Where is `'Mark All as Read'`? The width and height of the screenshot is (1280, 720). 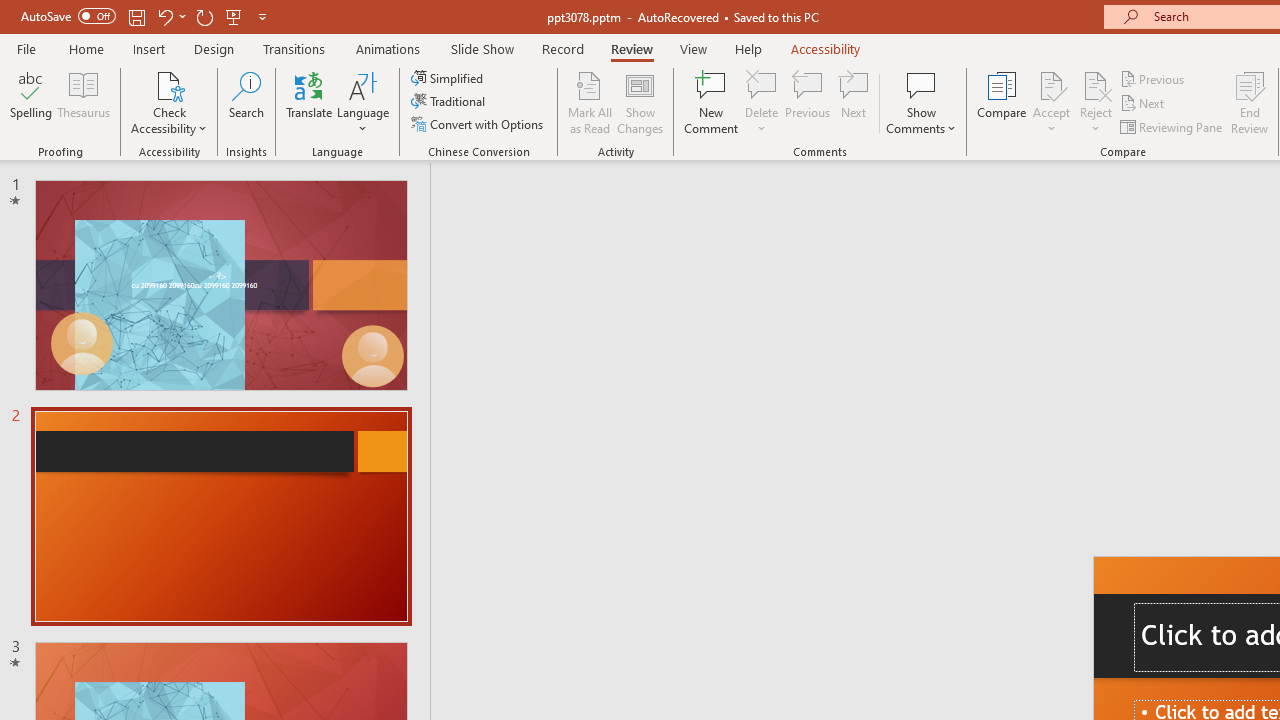
'Mark All as Read' is located at coordinates (589, 103).